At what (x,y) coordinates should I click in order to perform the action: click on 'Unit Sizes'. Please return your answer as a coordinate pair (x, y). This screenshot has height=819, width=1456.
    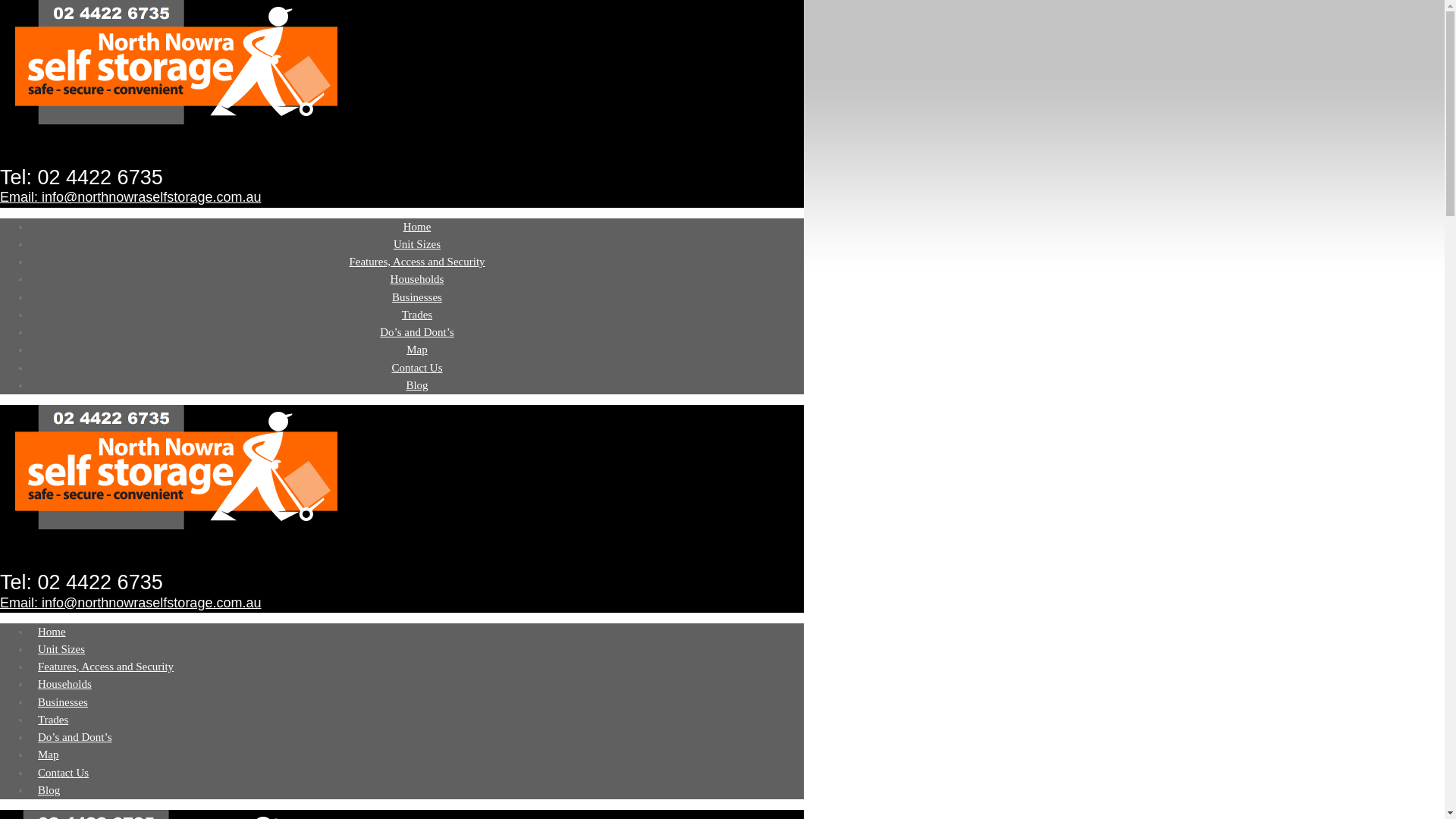
    Looking at the image, I should click on (61, 648).